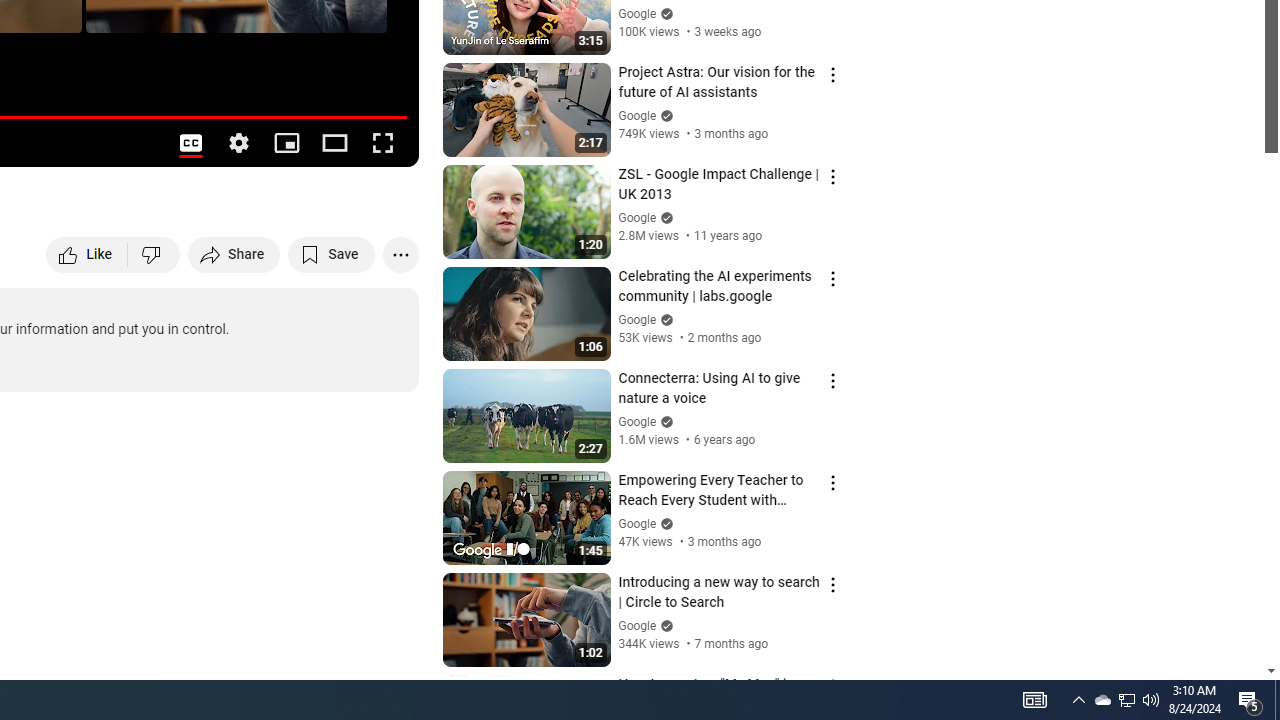 This screenshot has height=720, width=1280. What do you see at coordinates (331, 253) in the screenshot?
I see `'Save to playlist'` at bounding box center [331, 253].